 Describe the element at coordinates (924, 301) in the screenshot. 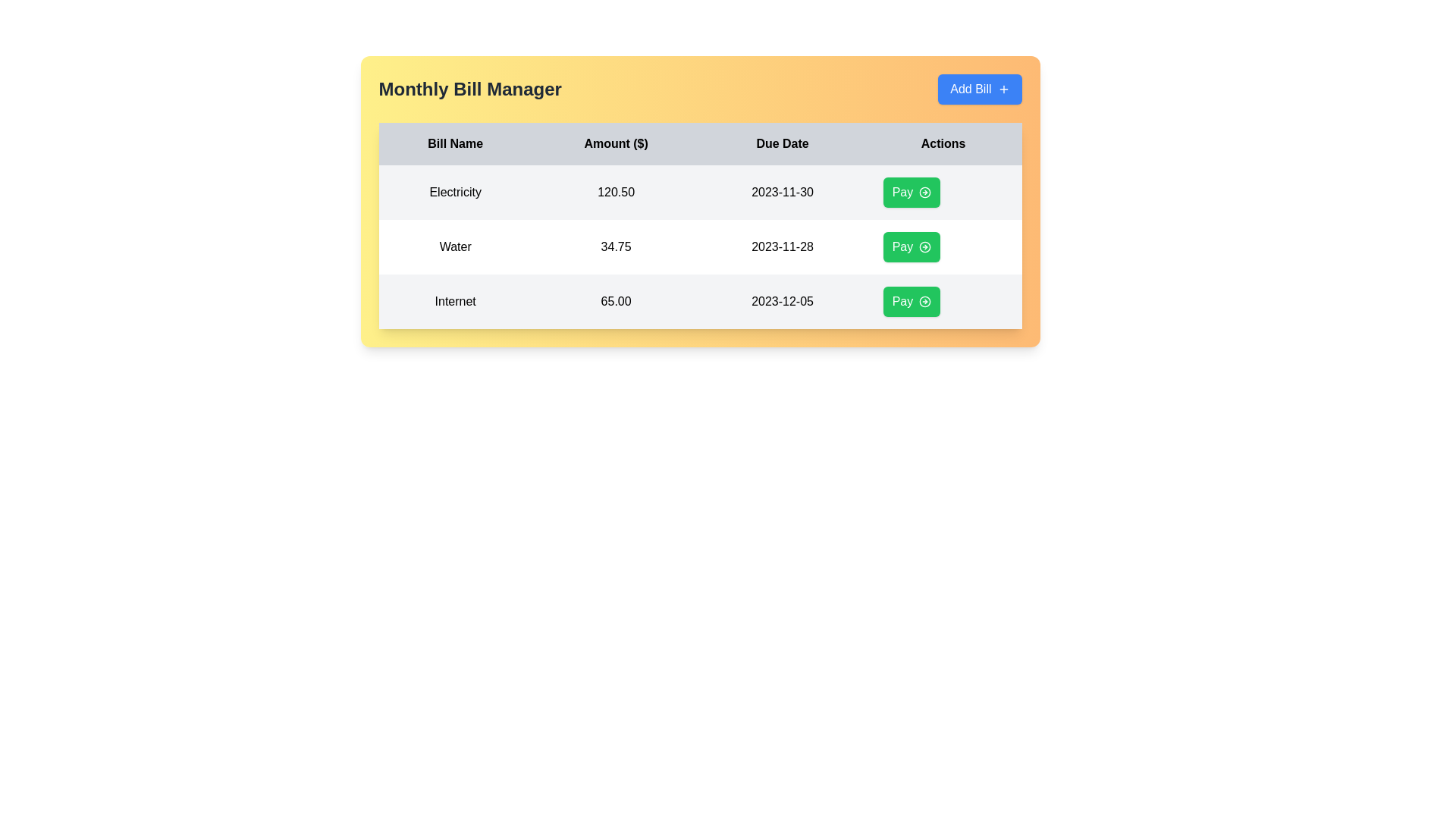

I see `the arrow icon within the green 'Pay' button located in the 'Internet' row of the 'Actions' column in the table` at that location.